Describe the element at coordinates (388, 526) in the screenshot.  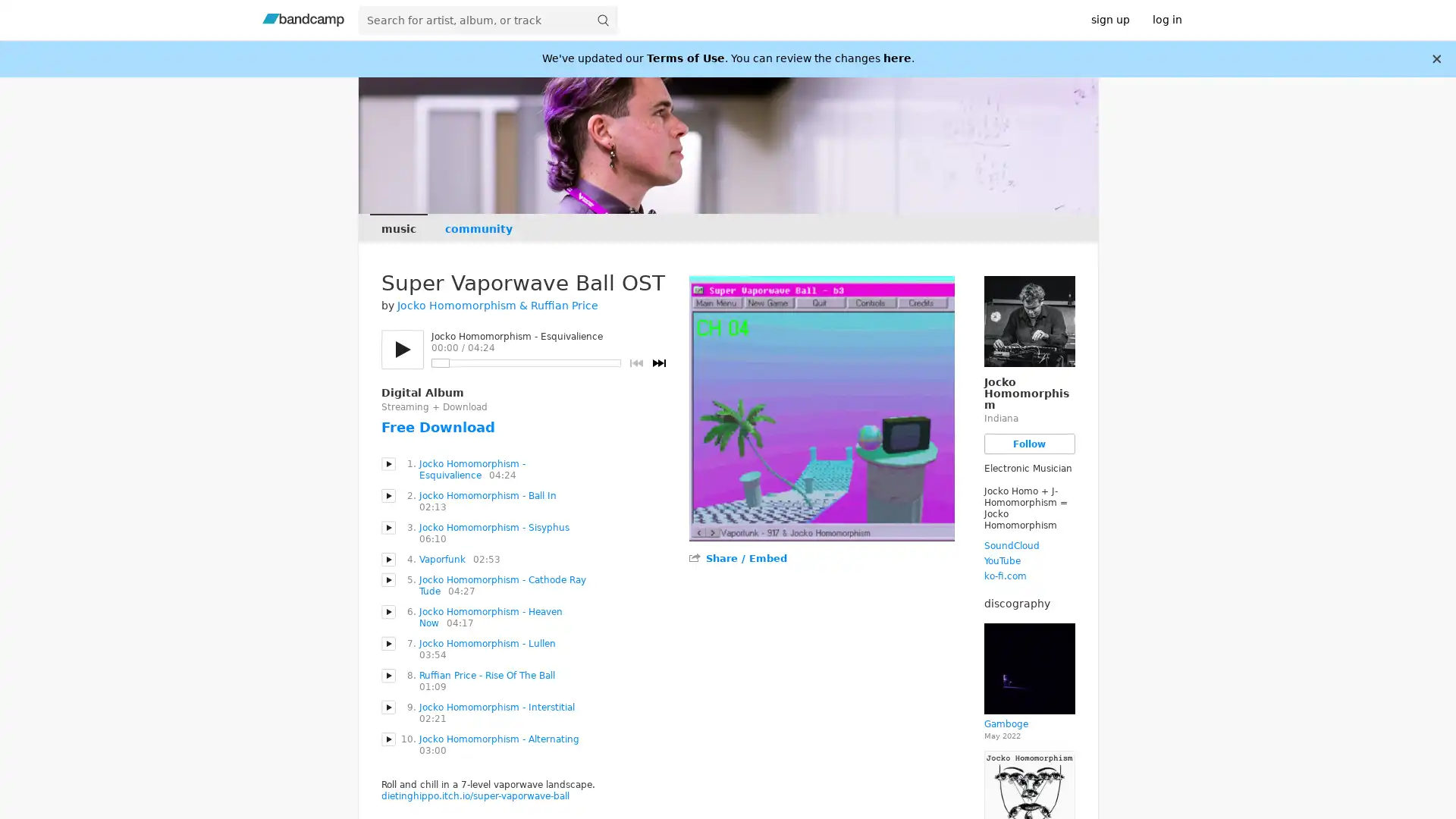
I see `Play Jocko Homomorphism - Sisyphus` at that location.